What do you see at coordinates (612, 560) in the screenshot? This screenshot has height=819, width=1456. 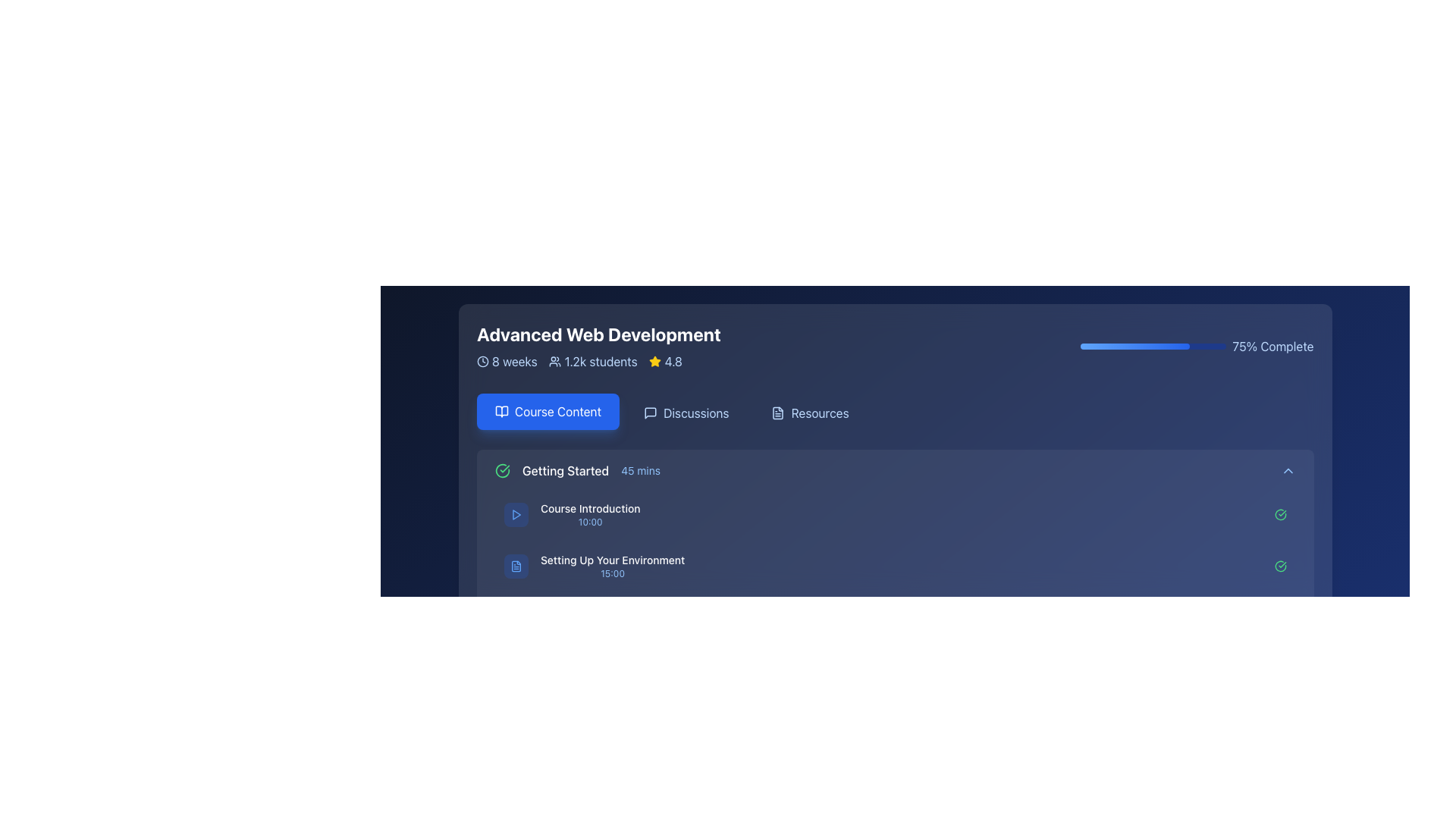 I see `the text label that indicates the course section or item title` at bounding box center [612, 560].